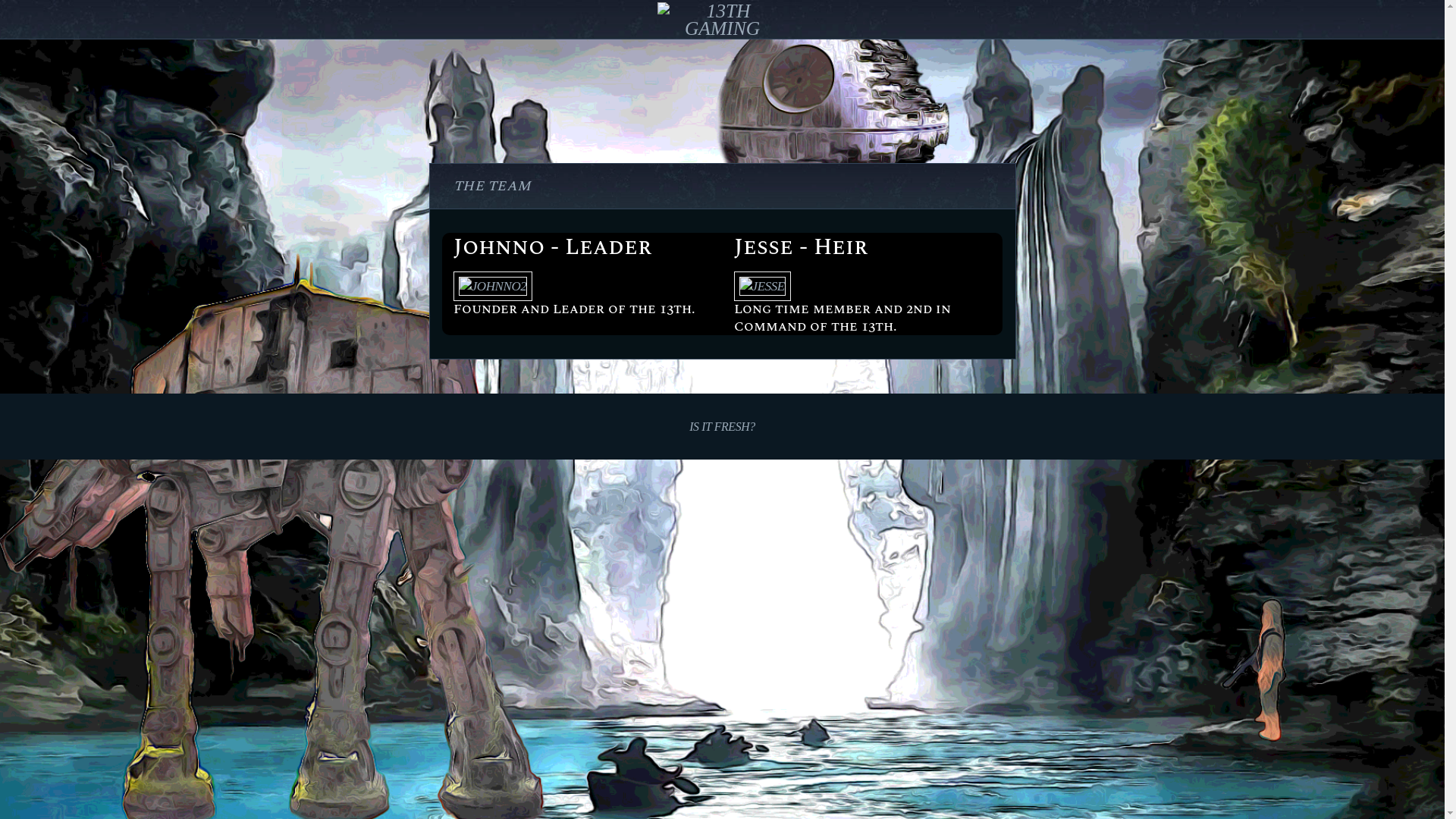 The width and height of the screenshot is (1456, 819). What do you see at coordinates (761, 286) in the screenshot?
I see `'Jesse'` at bounding box center [761, 286].